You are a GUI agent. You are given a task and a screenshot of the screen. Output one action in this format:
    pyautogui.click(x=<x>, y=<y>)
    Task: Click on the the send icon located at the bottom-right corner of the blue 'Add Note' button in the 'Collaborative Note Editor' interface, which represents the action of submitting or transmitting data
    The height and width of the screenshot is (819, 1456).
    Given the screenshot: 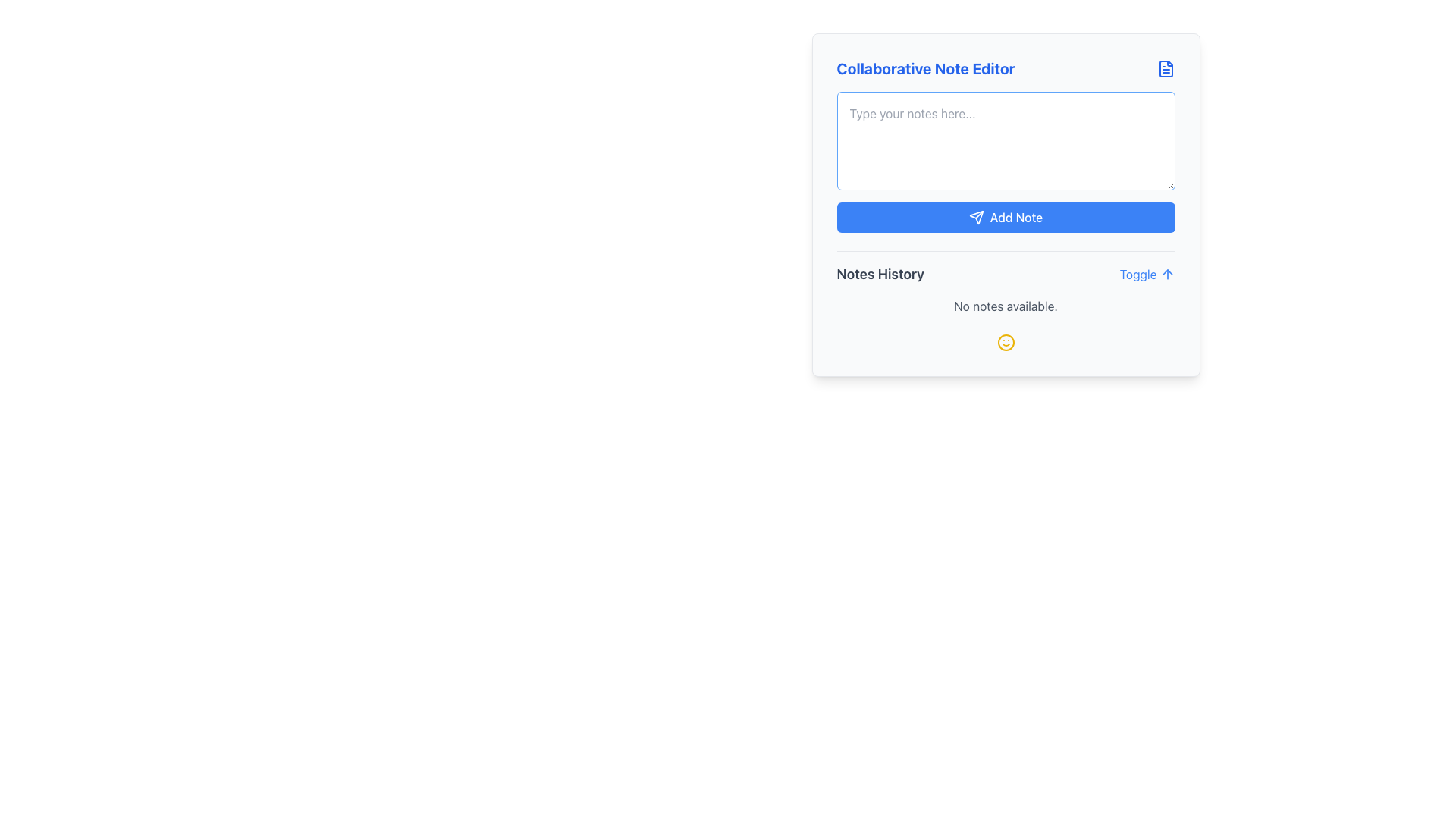 What is the action you would take?
    pyautogui.click(x=976, y=217)
    